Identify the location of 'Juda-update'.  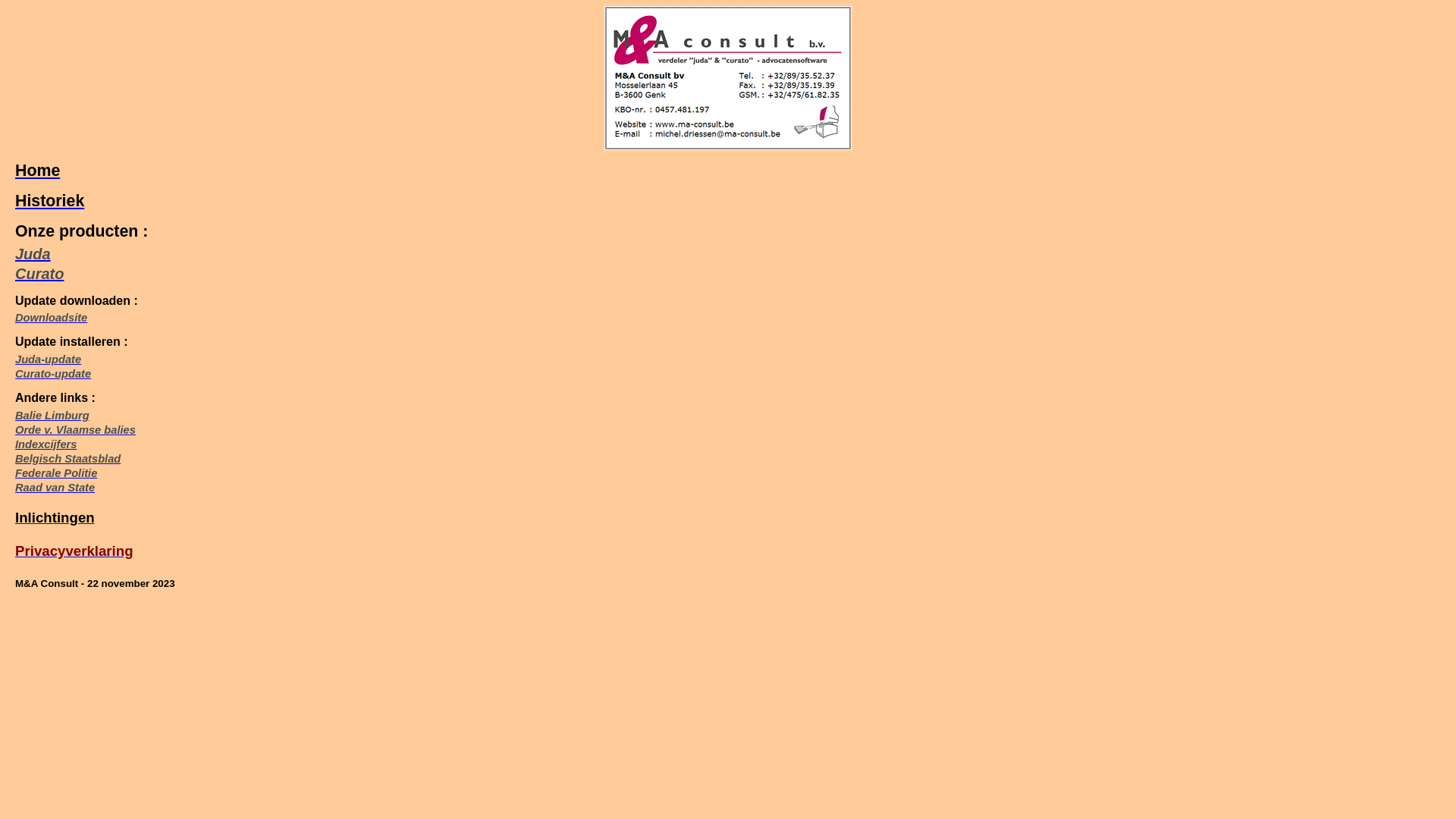
(48, 359).